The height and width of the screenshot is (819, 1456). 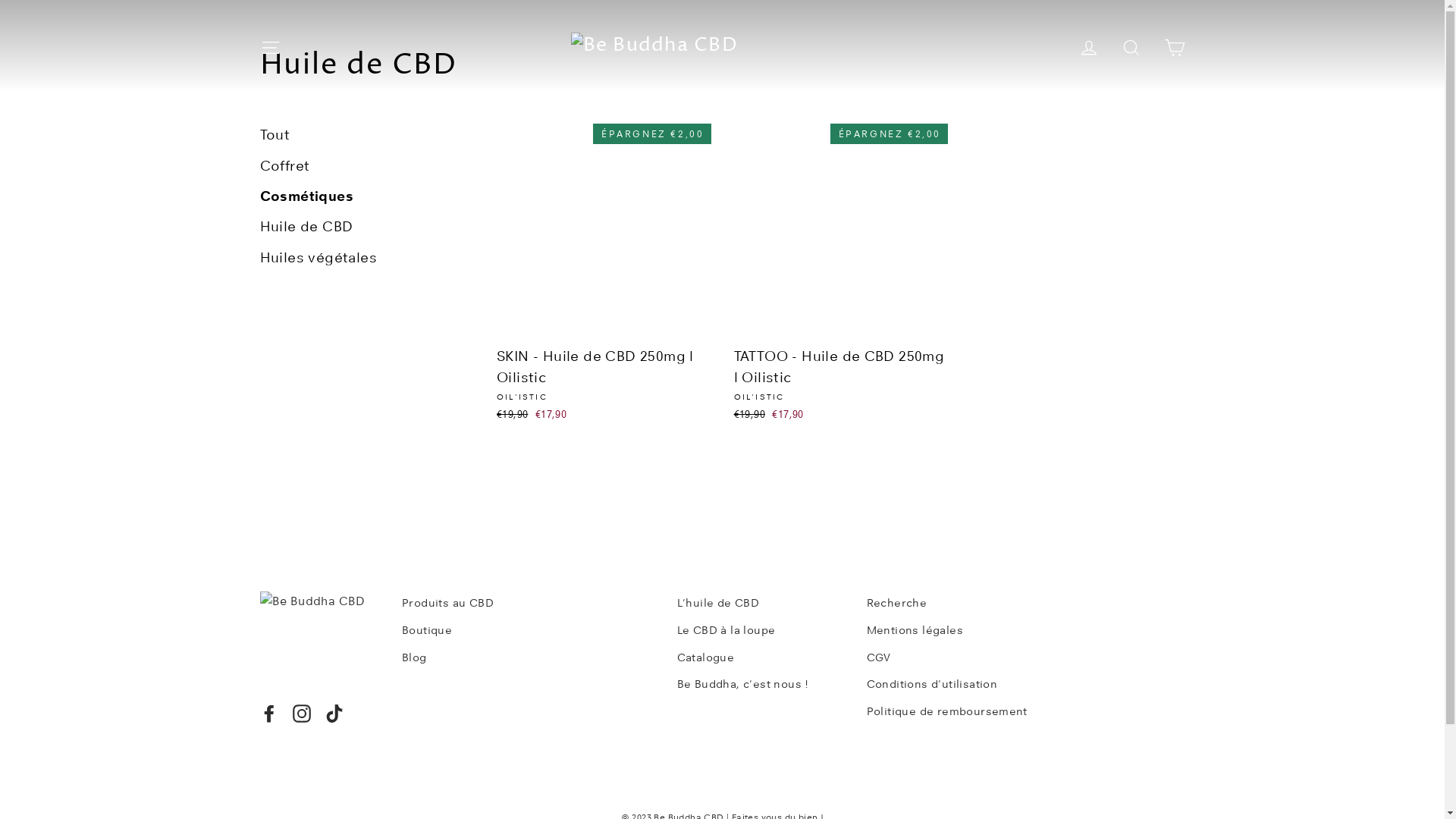 I want to click on 'Panier', so click(x=1173, y=45).